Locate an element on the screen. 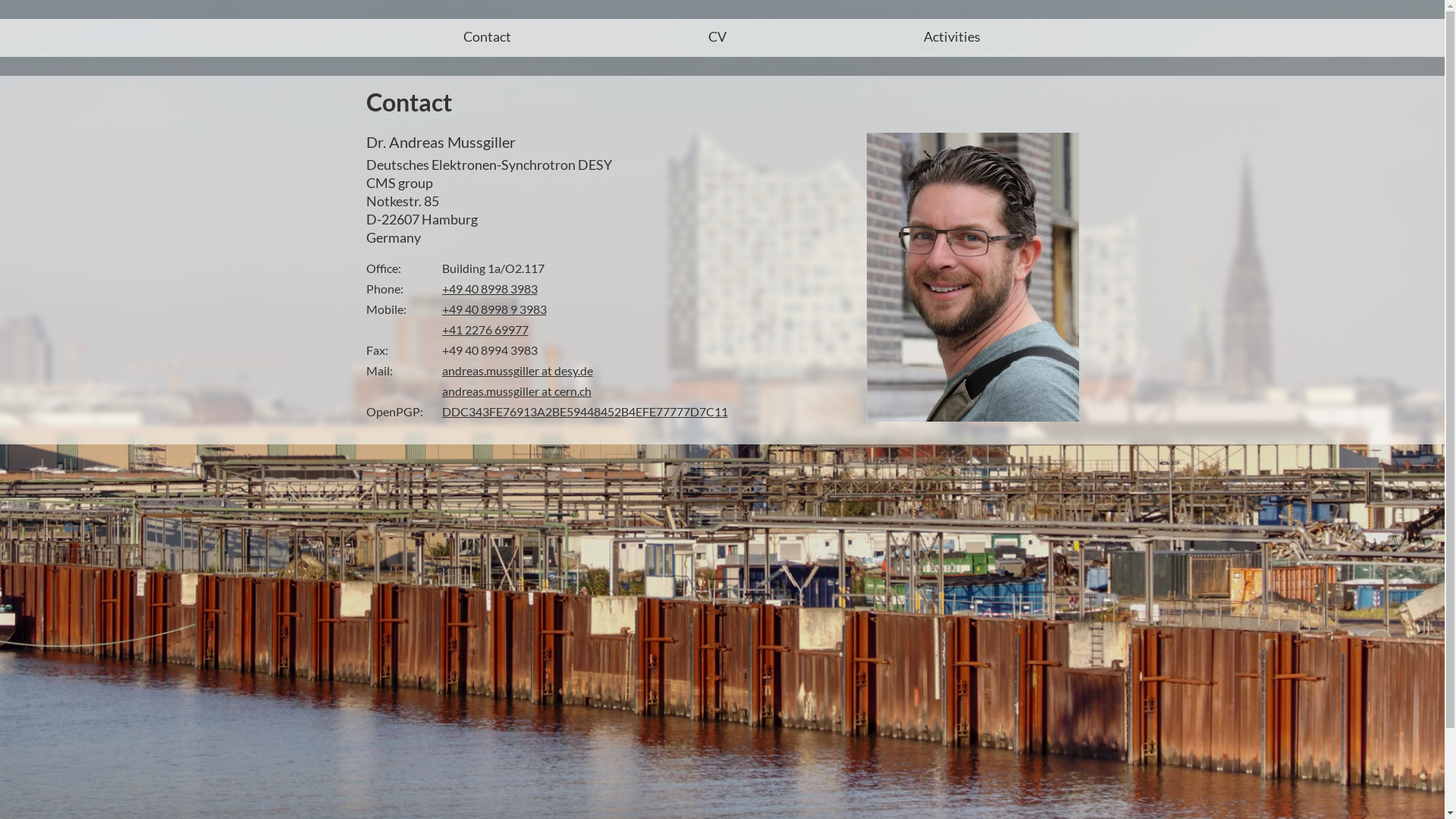 This screenshot has height=819, width=1456. 'andreas.mussgiller at desy.de' is located at coordinates (516, 370).